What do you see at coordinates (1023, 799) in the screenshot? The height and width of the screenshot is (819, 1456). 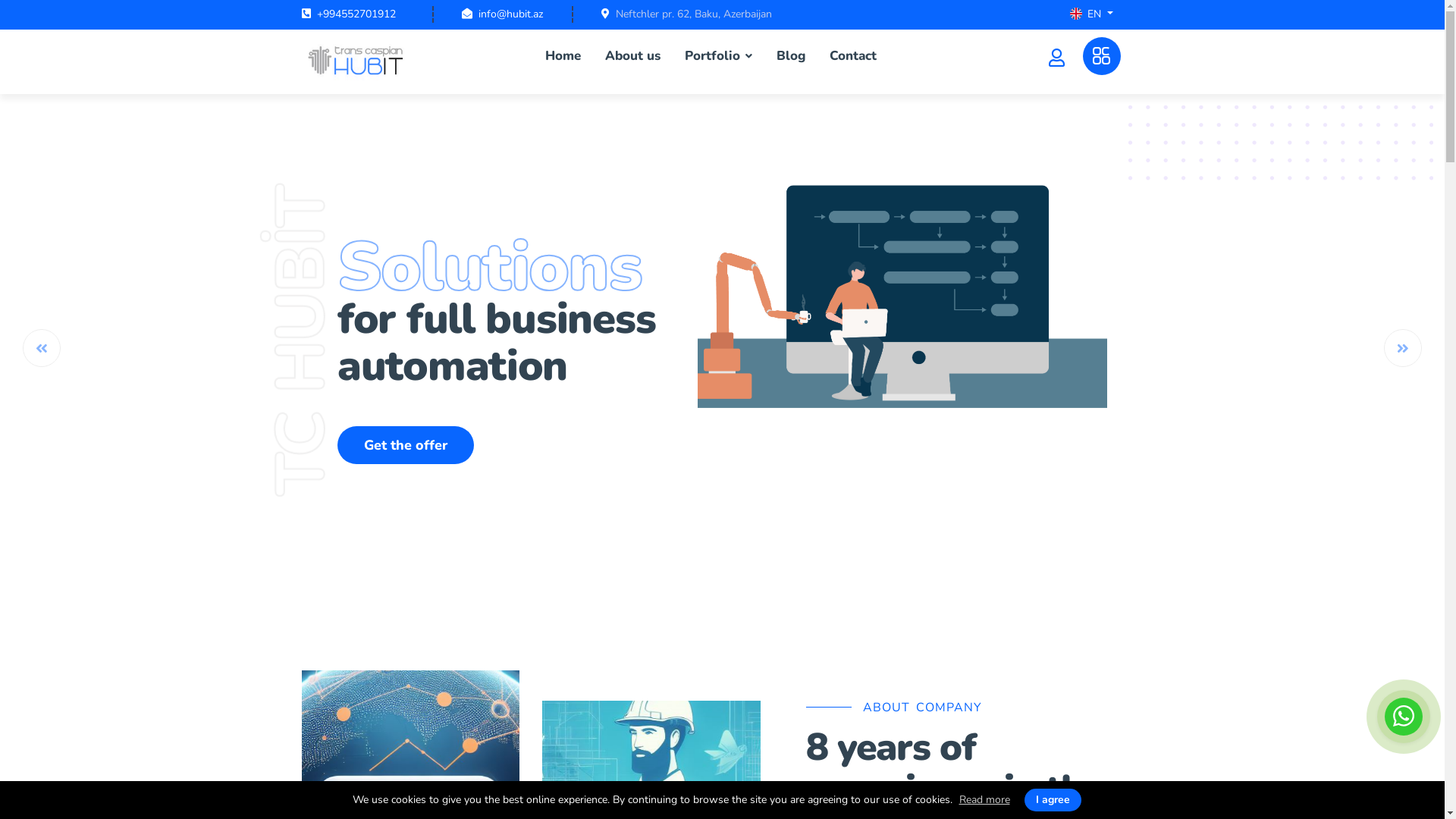 I see `'I agree'` at bounding box center [1023, 799].